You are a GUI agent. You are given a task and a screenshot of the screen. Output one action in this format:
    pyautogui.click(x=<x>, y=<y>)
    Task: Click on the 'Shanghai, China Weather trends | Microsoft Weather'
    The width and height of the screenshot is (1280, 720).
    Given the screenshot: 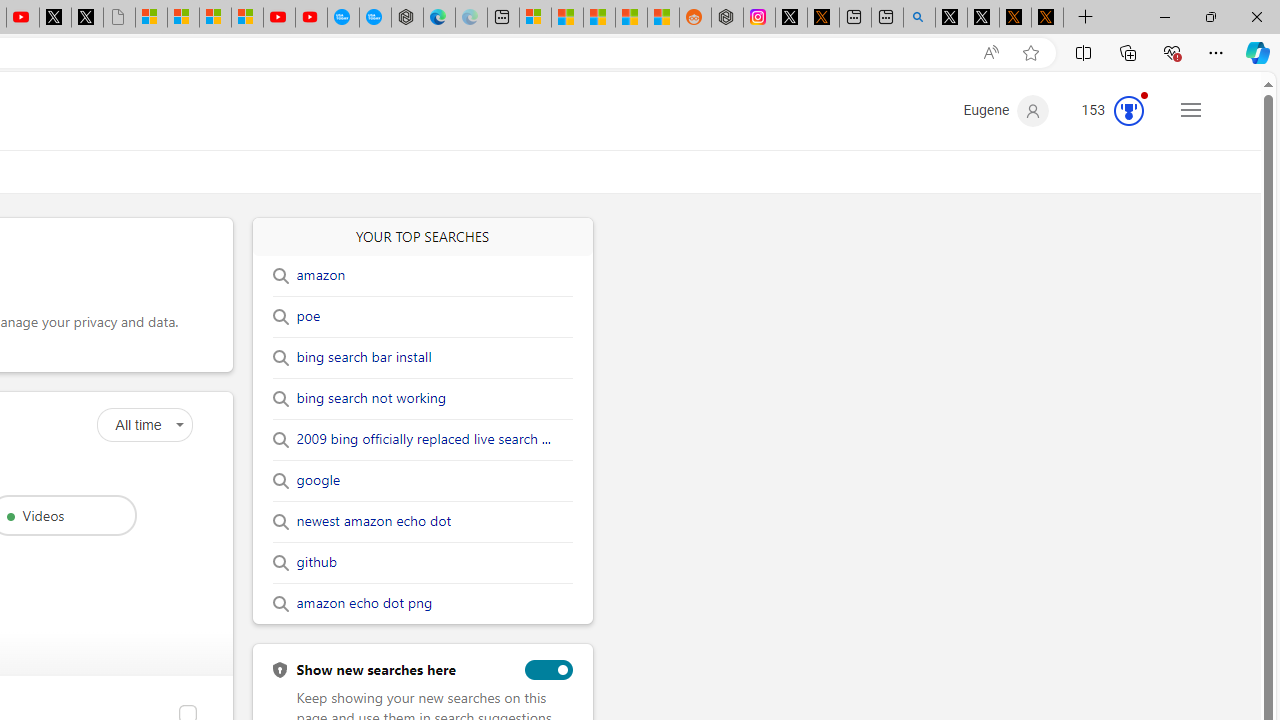 What is the action you would take?
    pyautogui.click(x=663, y=17)
    